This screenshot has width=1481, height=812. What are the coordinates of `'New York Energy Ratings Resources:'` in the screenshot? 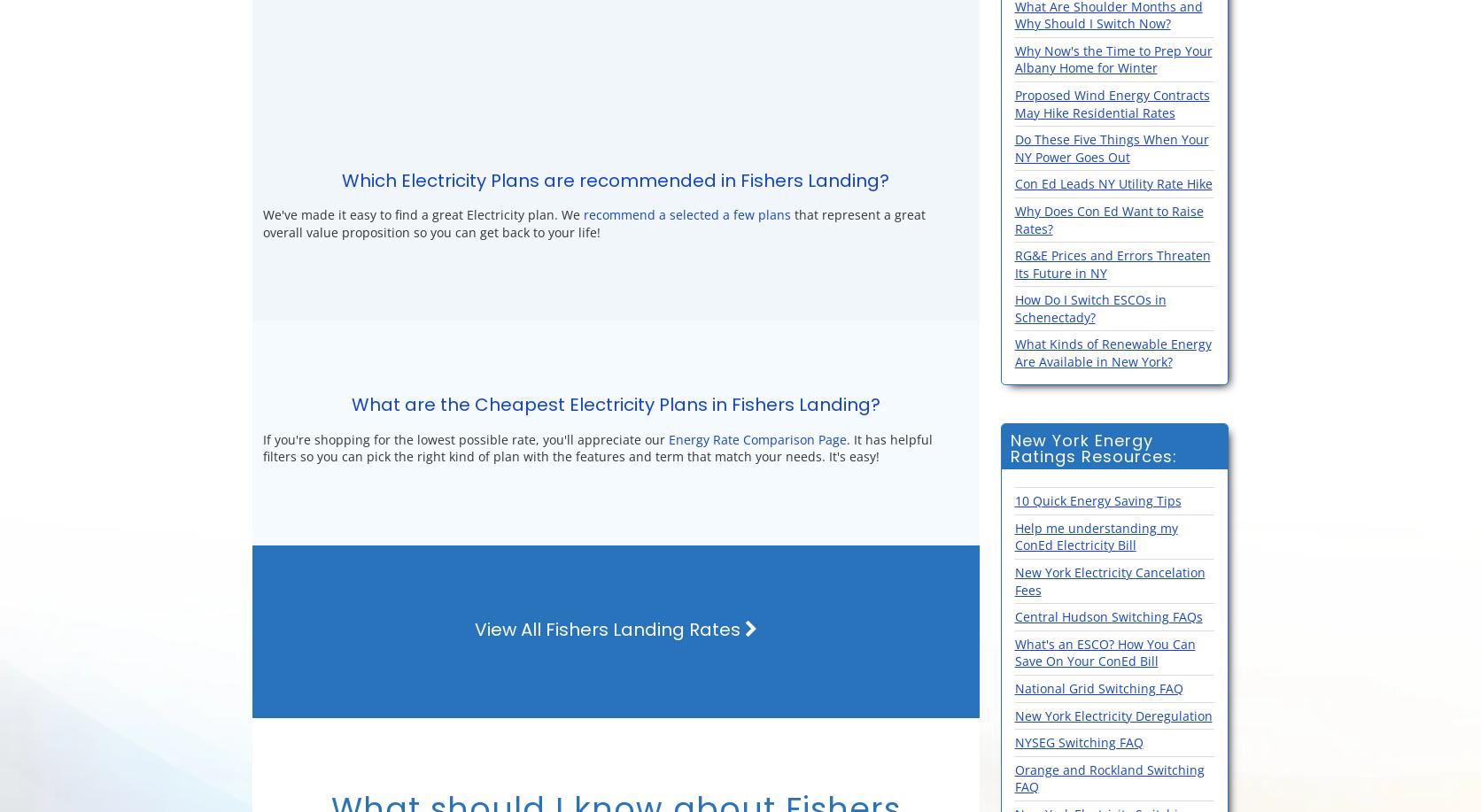 It's located at (1091, 447).